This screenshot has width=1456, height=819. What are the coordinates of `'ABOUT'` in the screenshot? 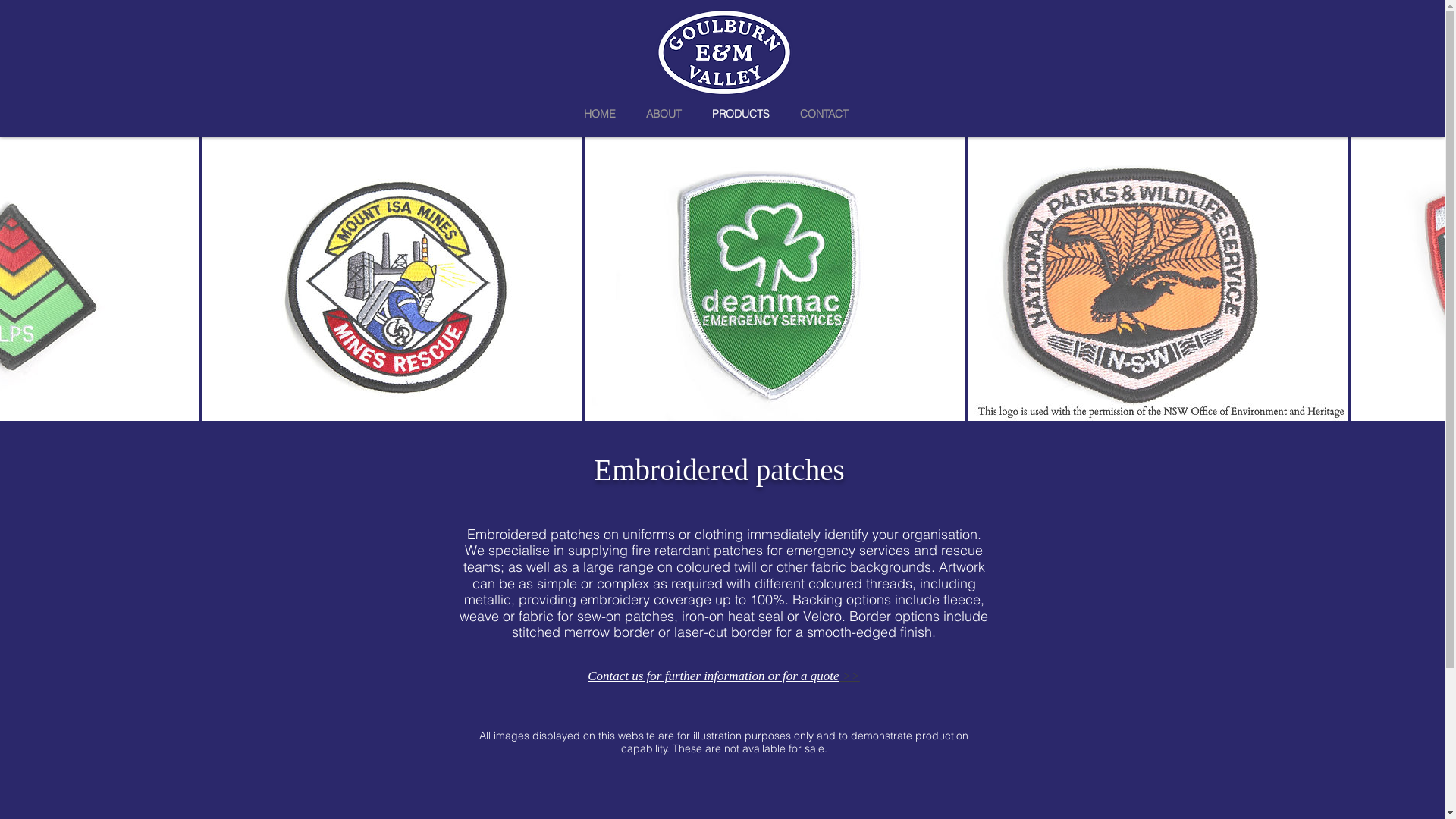 It's located at (664, 111).